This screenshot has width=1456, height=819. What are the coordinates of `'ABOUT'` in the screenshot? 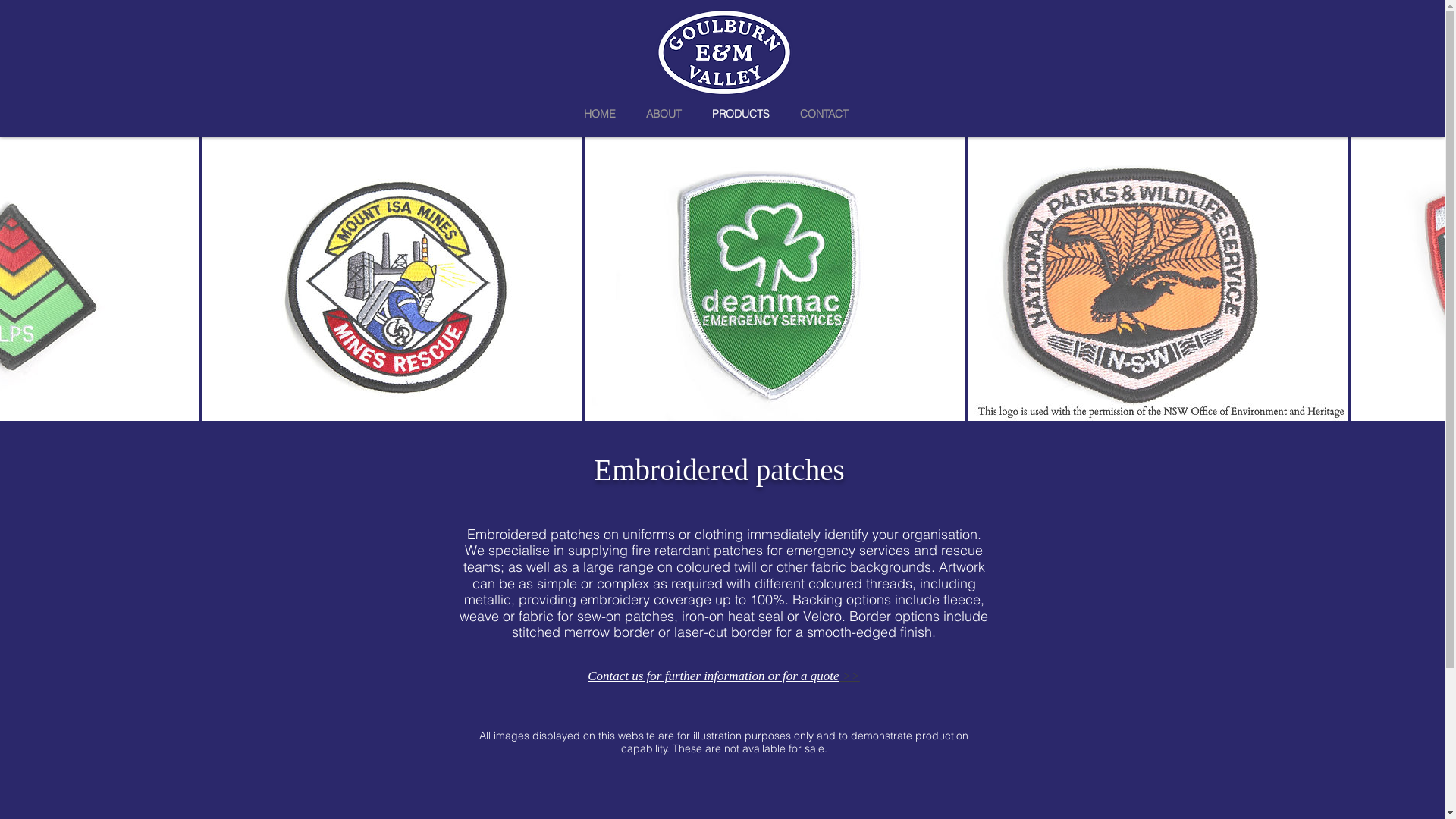 It's located at (664, 111).